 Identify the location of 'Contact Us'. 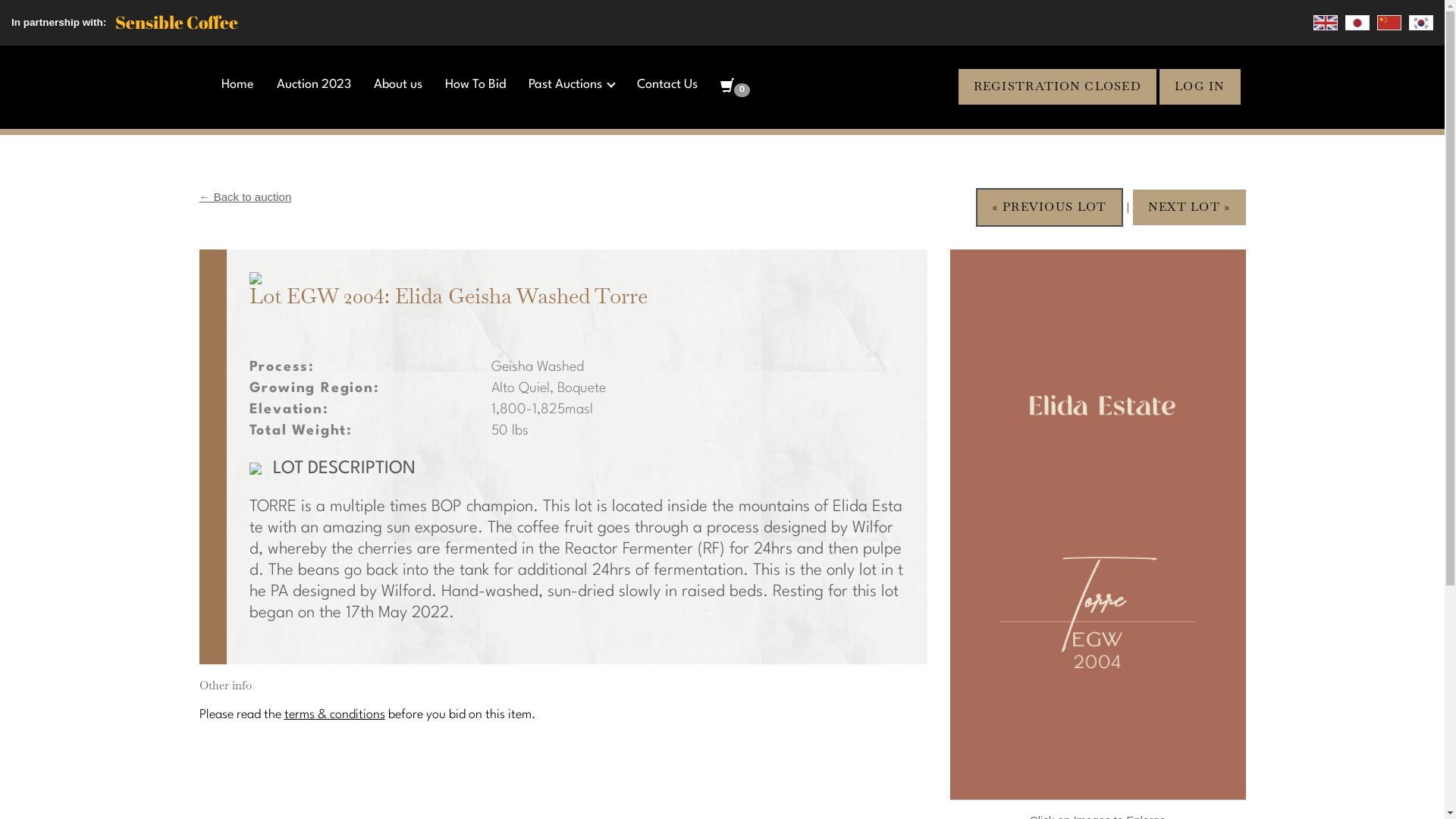
(667, 84).